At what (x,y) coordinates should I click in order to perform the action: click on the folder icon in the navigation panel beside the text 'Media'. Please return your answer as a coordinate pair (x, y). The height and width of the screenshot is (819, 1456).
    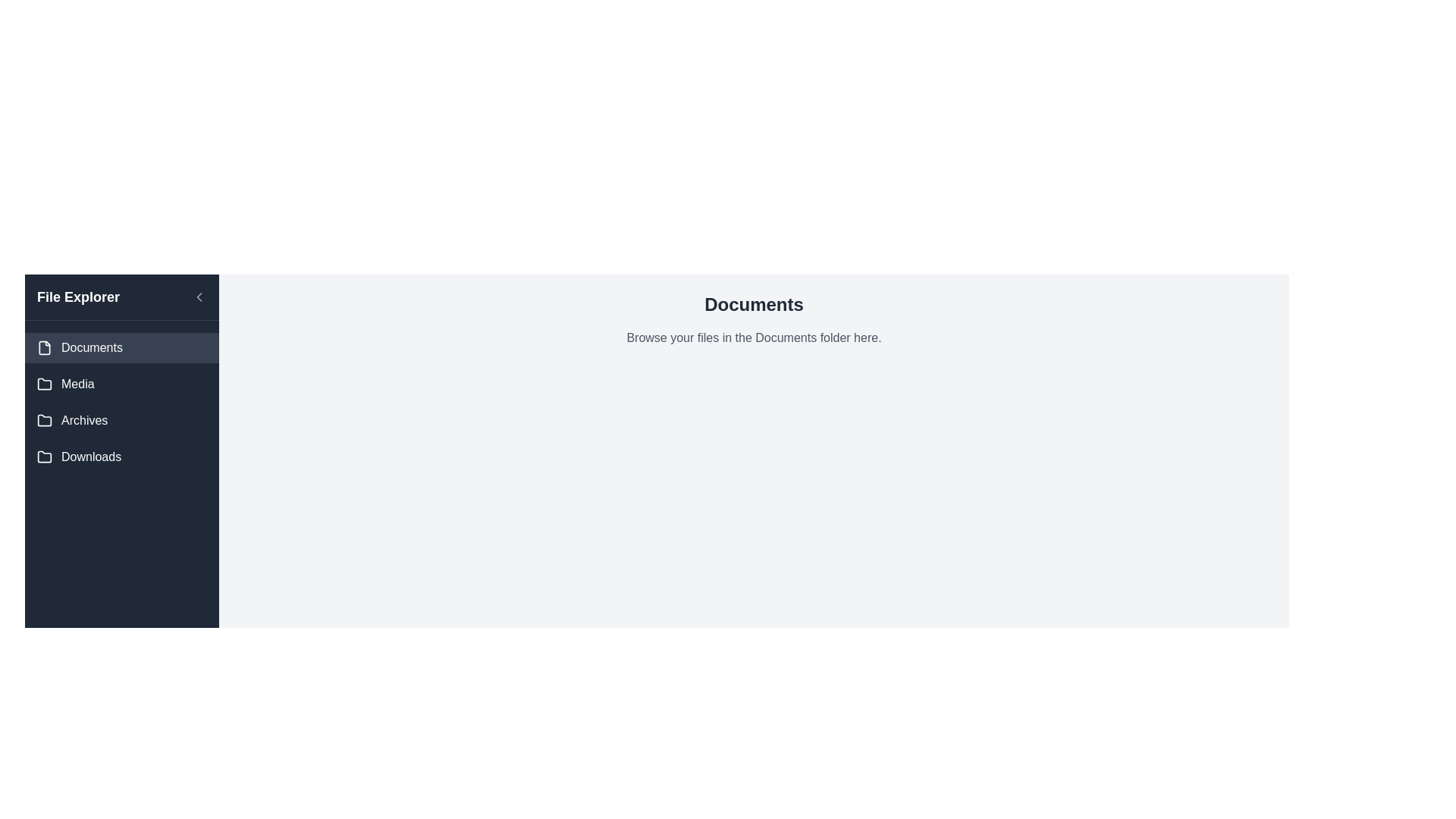
    Looking at the image, I should click on (44, 383).